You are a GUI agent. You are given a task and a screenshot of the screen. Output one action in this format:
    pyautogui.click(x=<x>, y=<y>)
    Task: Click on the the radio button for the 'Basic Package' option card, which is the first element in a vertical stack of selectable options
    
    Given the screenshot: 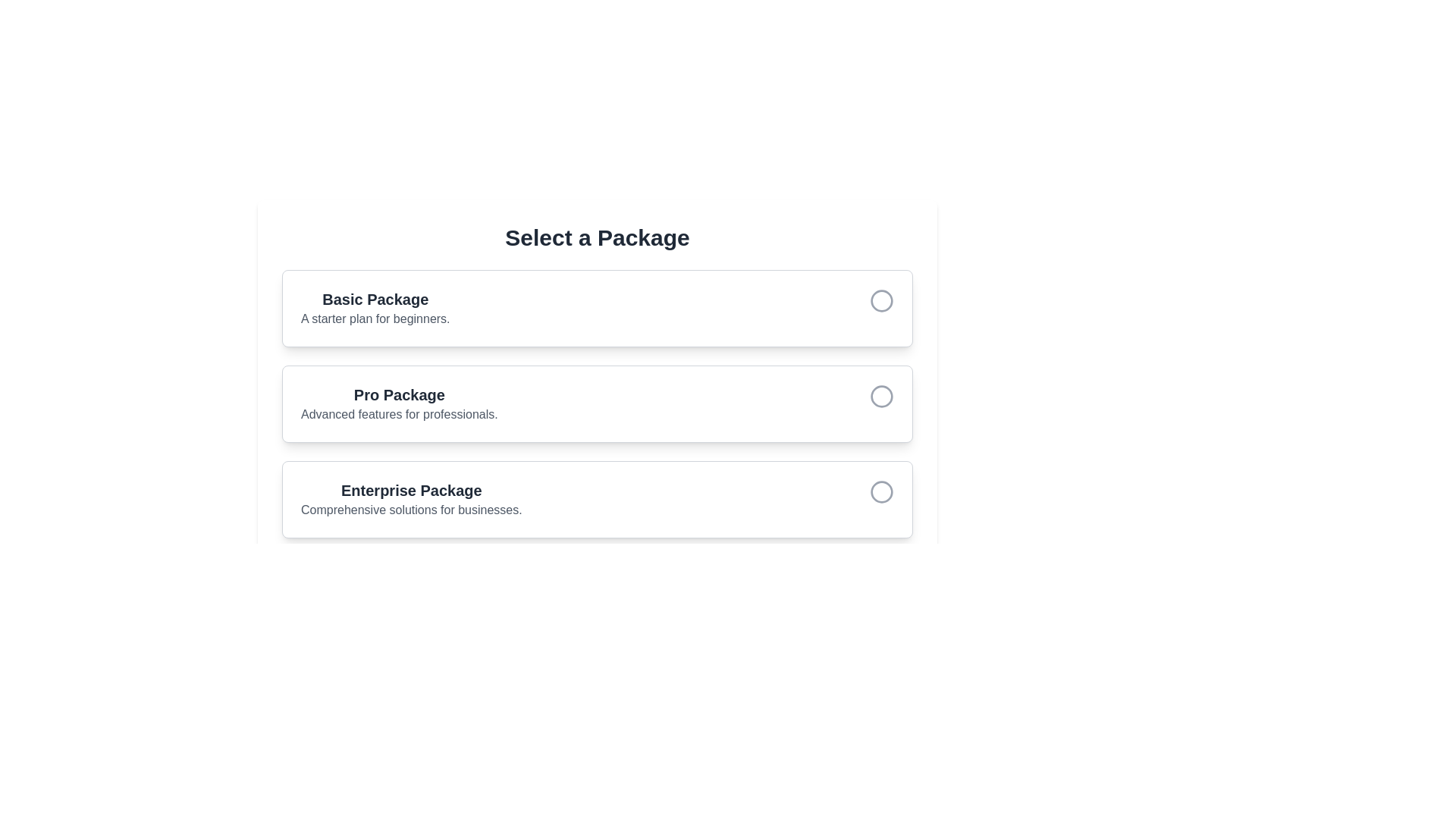 What is the action you would take?
    pyautogui.click(x=596, y=308)
    